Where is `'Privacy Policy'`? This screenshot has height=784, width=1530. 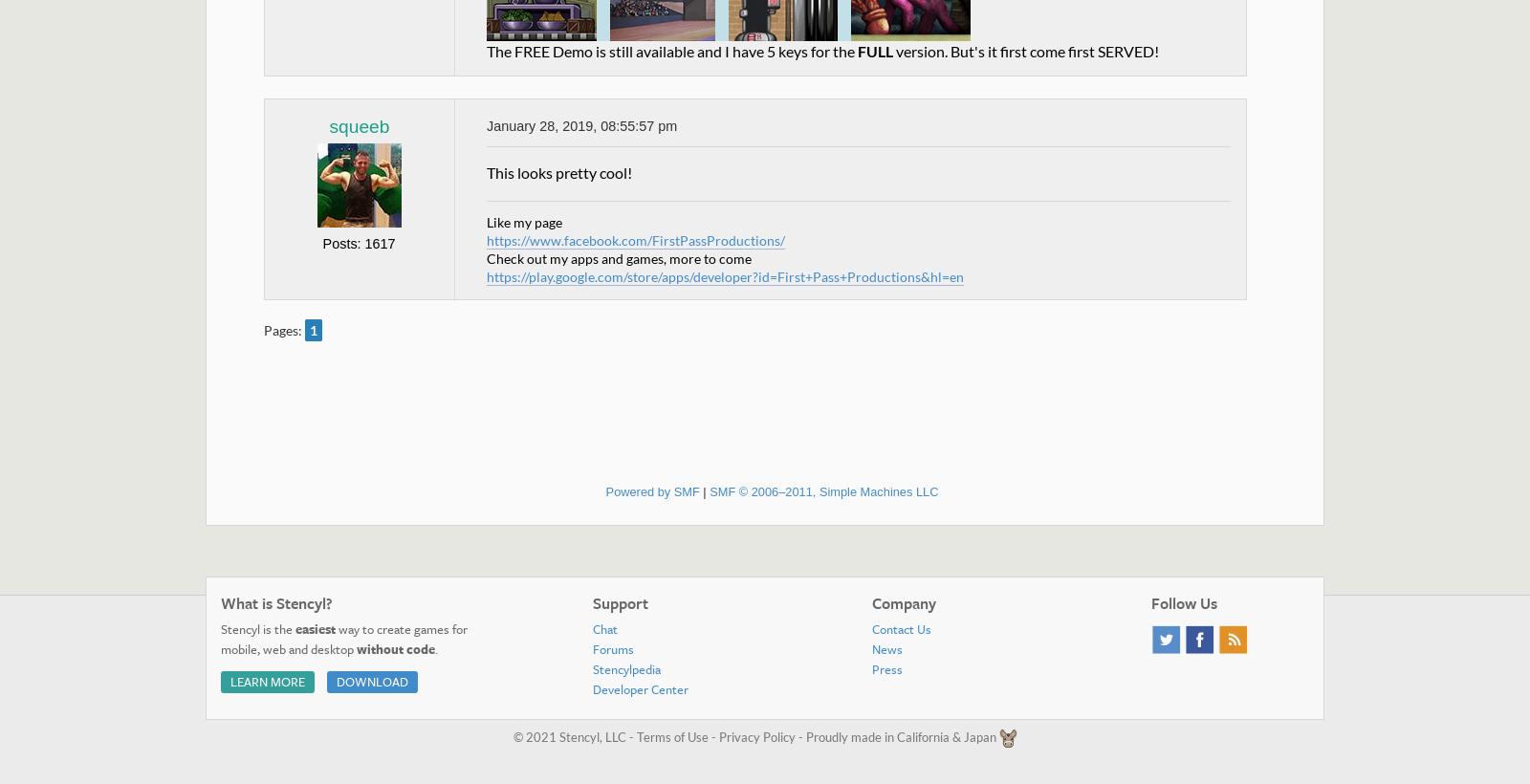
'Privacy Policy' is located at coordinates (756, 734).